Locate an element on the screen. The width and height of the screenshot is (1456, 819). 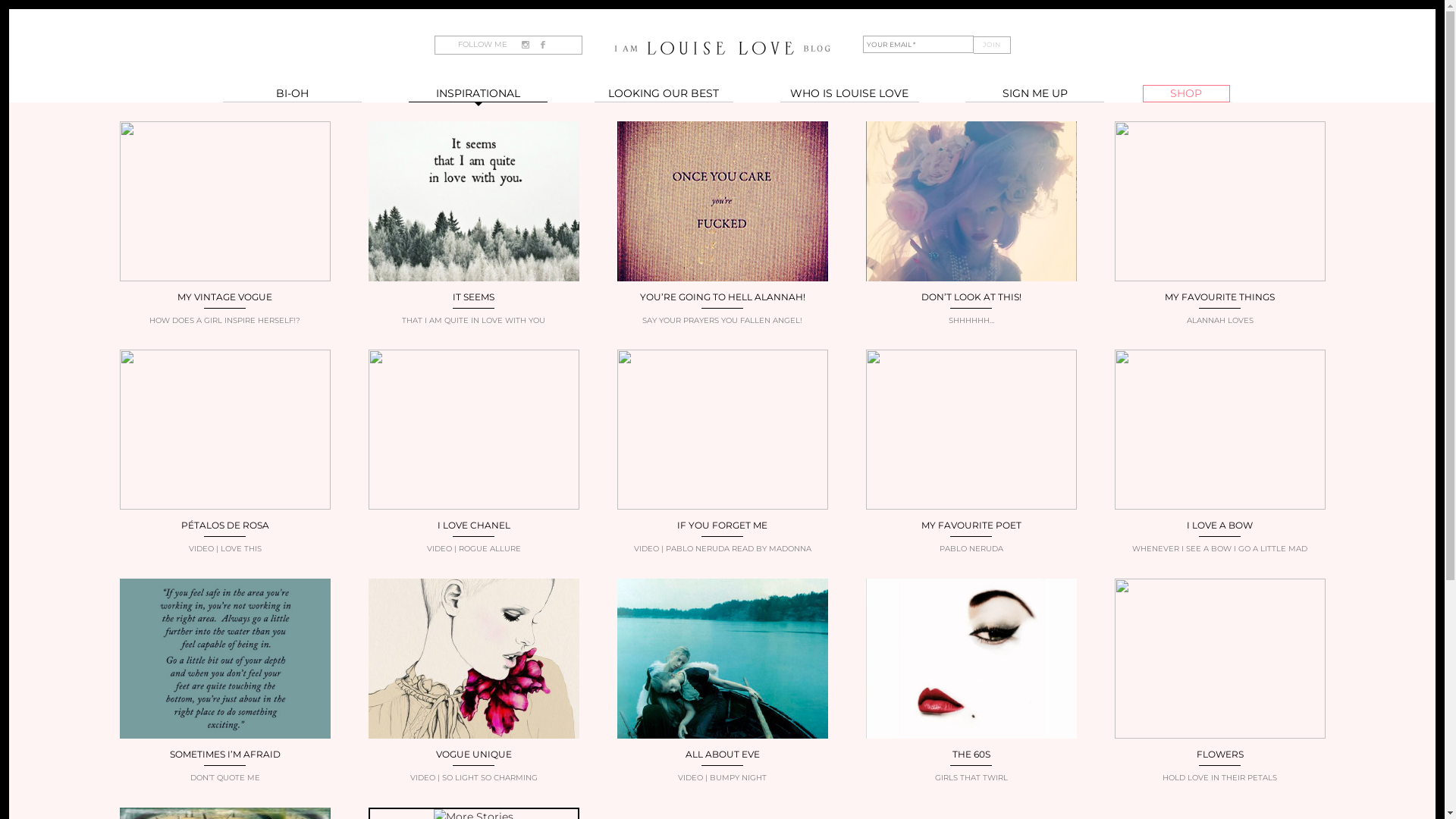
'SHOP' is located at coordinates (1185, 93).